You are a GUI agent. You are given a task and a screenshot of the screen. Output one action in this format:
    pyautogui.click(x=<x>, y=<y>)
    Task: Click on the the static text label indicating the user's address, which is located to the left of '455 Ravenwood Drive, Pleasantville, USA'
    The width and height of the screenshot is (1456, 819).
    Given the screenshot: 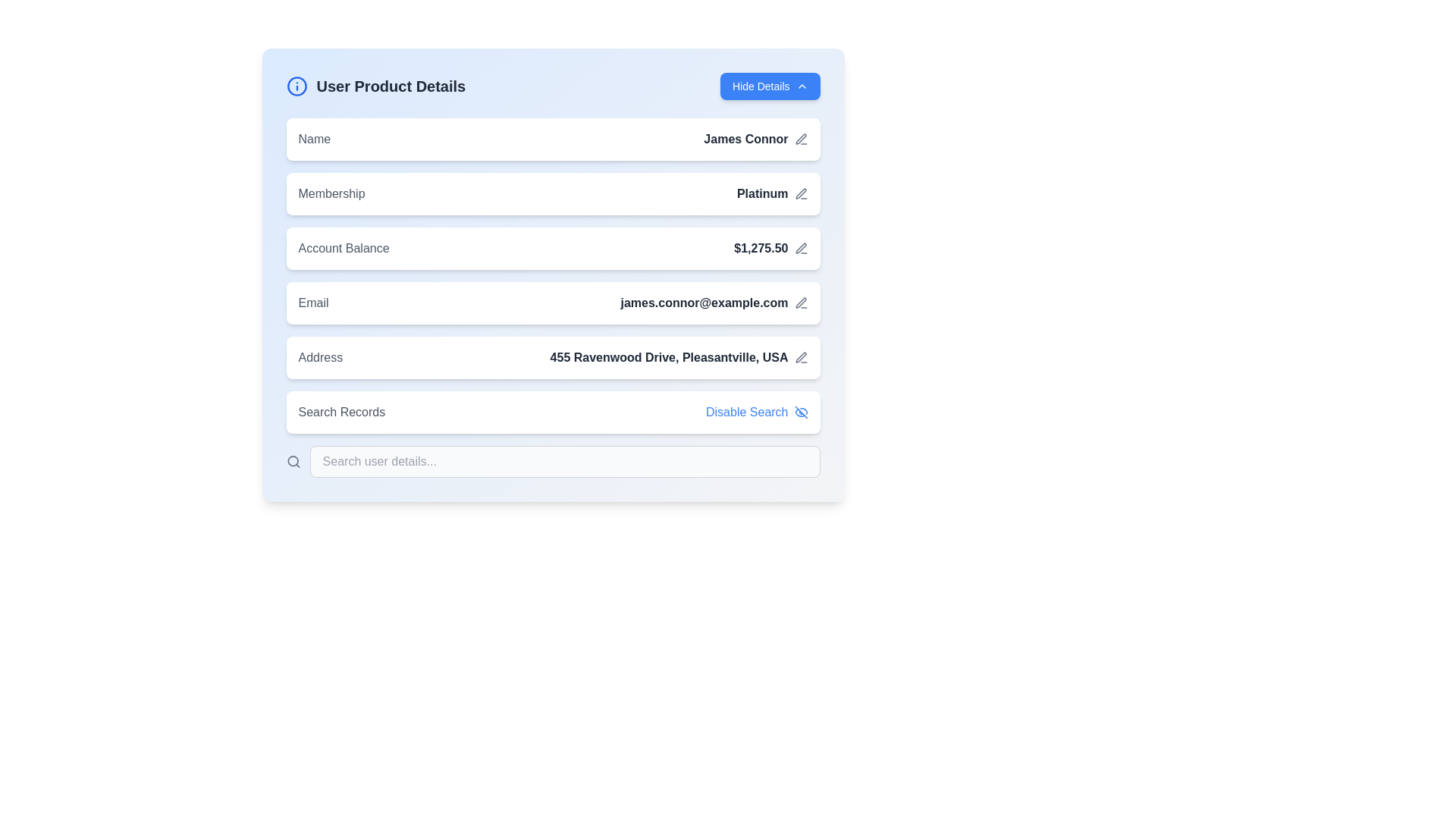 What is the action you would take?
    pyautogui.click(x=319, y=357)
    